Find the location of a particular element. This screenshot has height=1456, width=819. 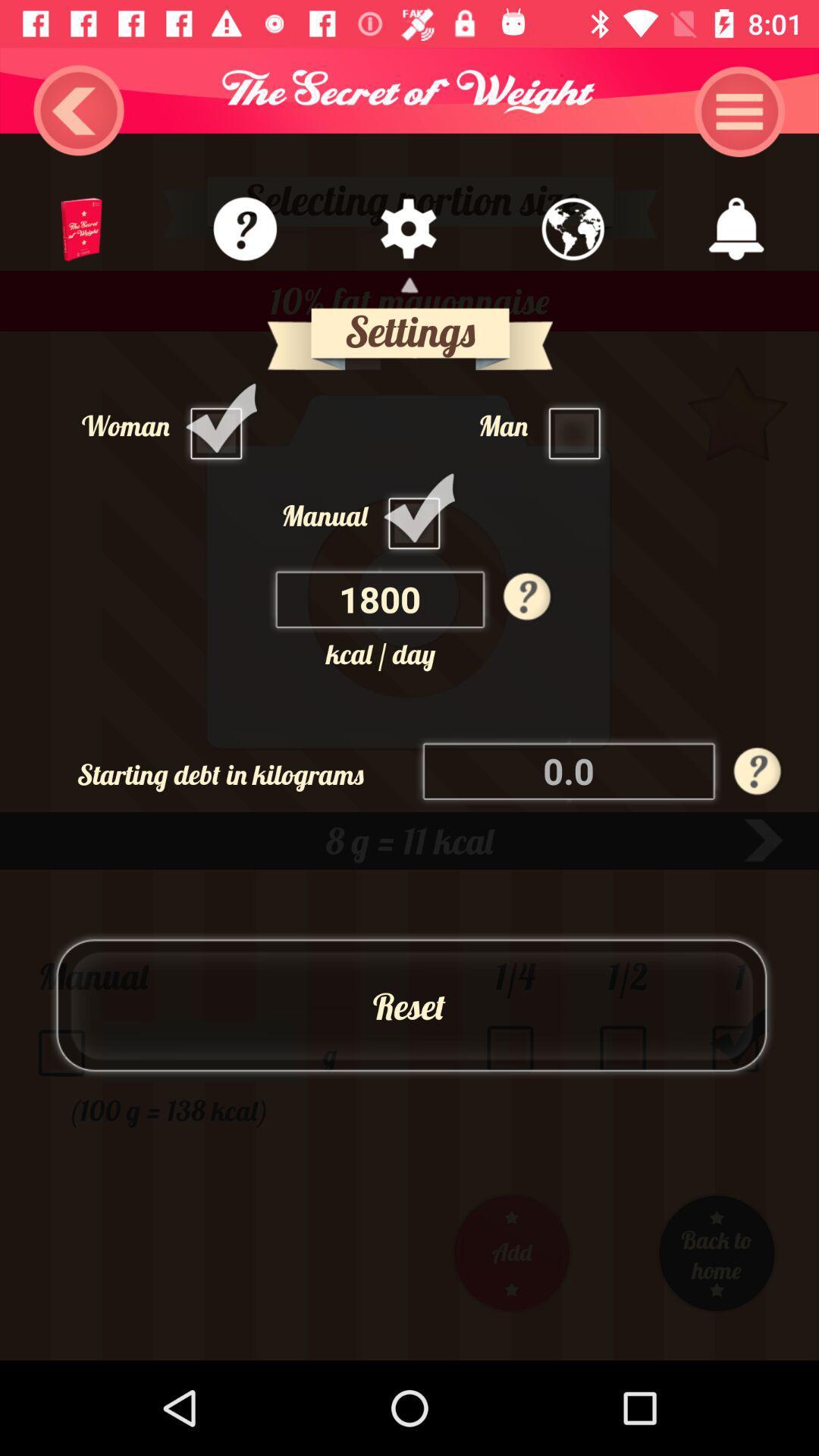

tick on button is located at coordinates (418, 515).